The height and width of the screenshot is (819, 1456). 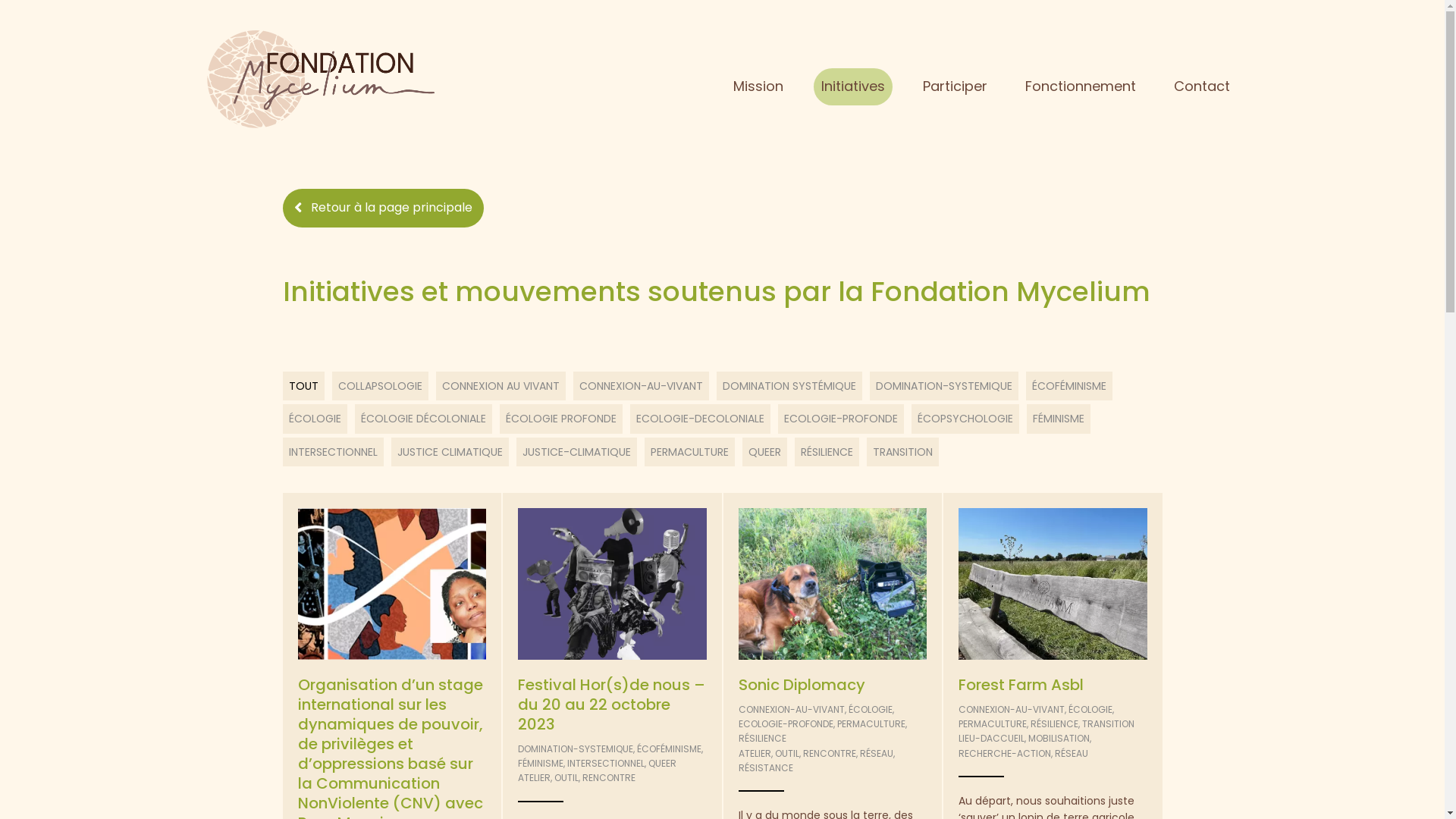 What do you see at coordinates (662, 763) in the screenshot?
I see `'QUEER'` at bounding box center [662, 763].